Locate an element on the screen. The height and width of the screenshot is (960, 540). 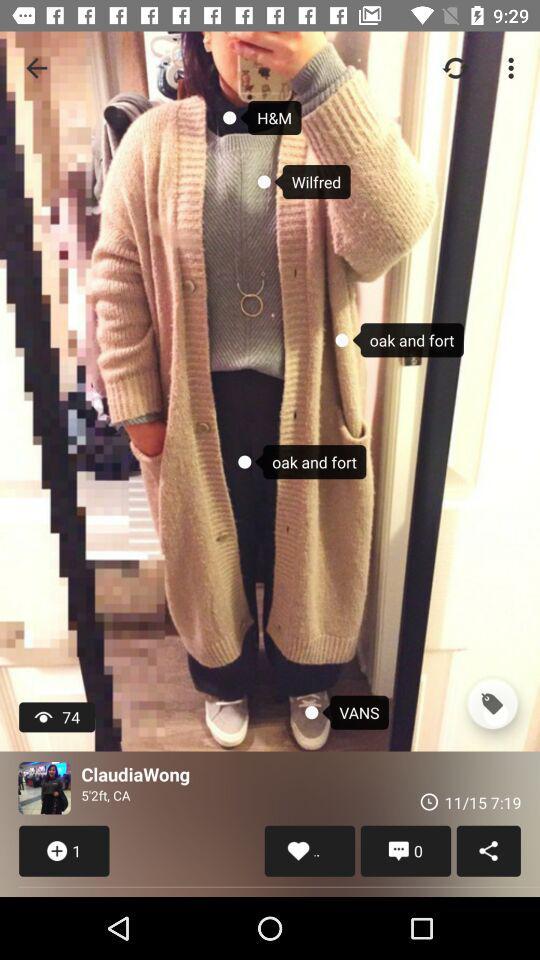
press to tag is located at coordinates (491, 704).